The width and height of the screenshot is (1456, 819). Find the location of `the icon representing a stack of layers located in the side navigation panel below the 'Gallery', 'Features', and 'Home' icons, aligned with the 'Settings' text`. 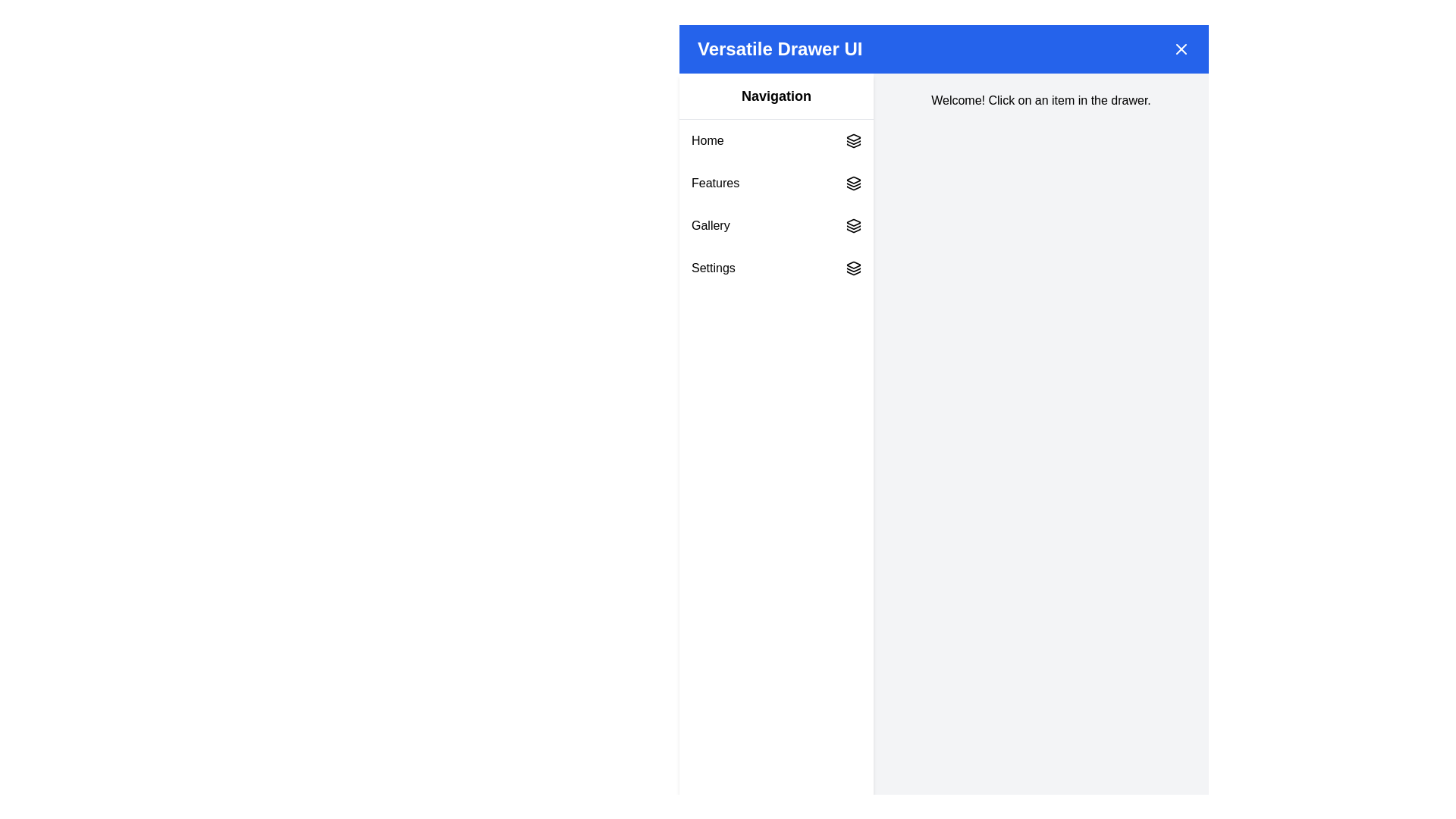

the icon representing a stack of layers located in the side navigation panel below the 'Gallery', 'Features', and 'Home' icons, aligned with the 'Settings' text is located at coordinates (854, 271).